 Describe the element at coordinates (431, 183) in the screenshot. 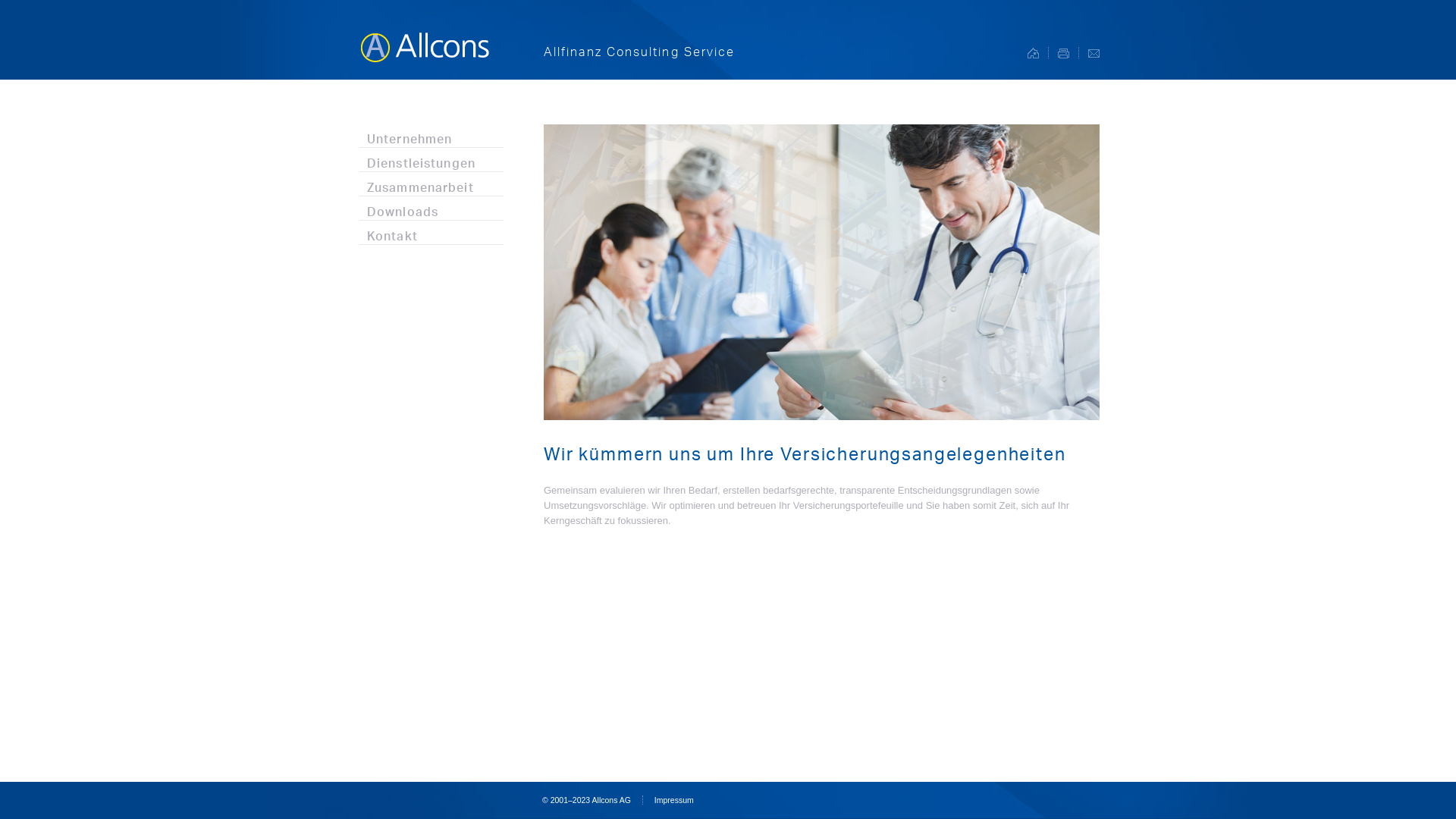

I see `'Zusammenarbeit'` at that location.